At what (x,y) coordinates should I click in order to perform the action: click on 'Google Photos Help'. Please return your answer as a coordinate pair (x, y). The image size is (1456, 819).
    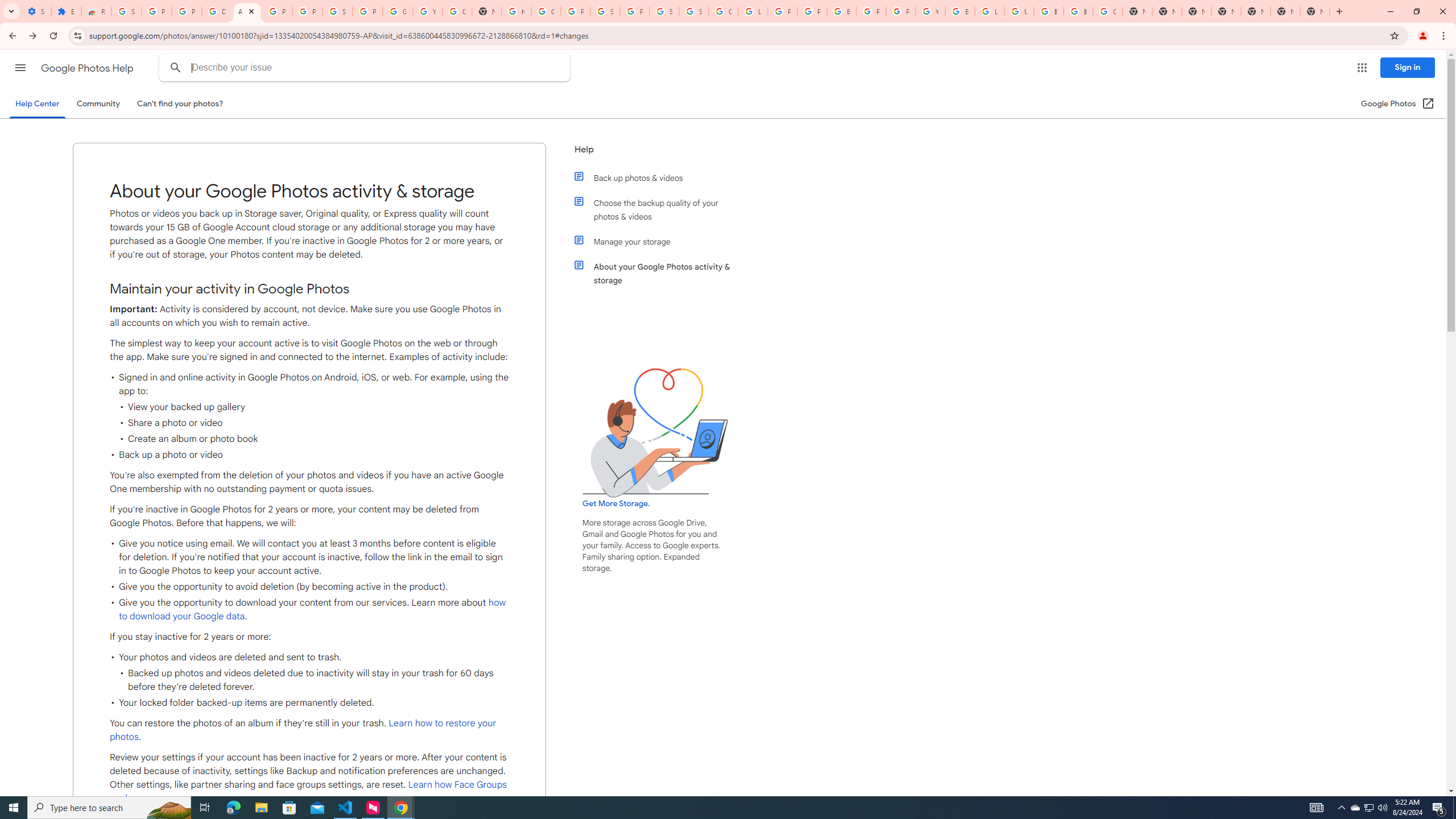
    Looking at the image, I should click on (88, 68).